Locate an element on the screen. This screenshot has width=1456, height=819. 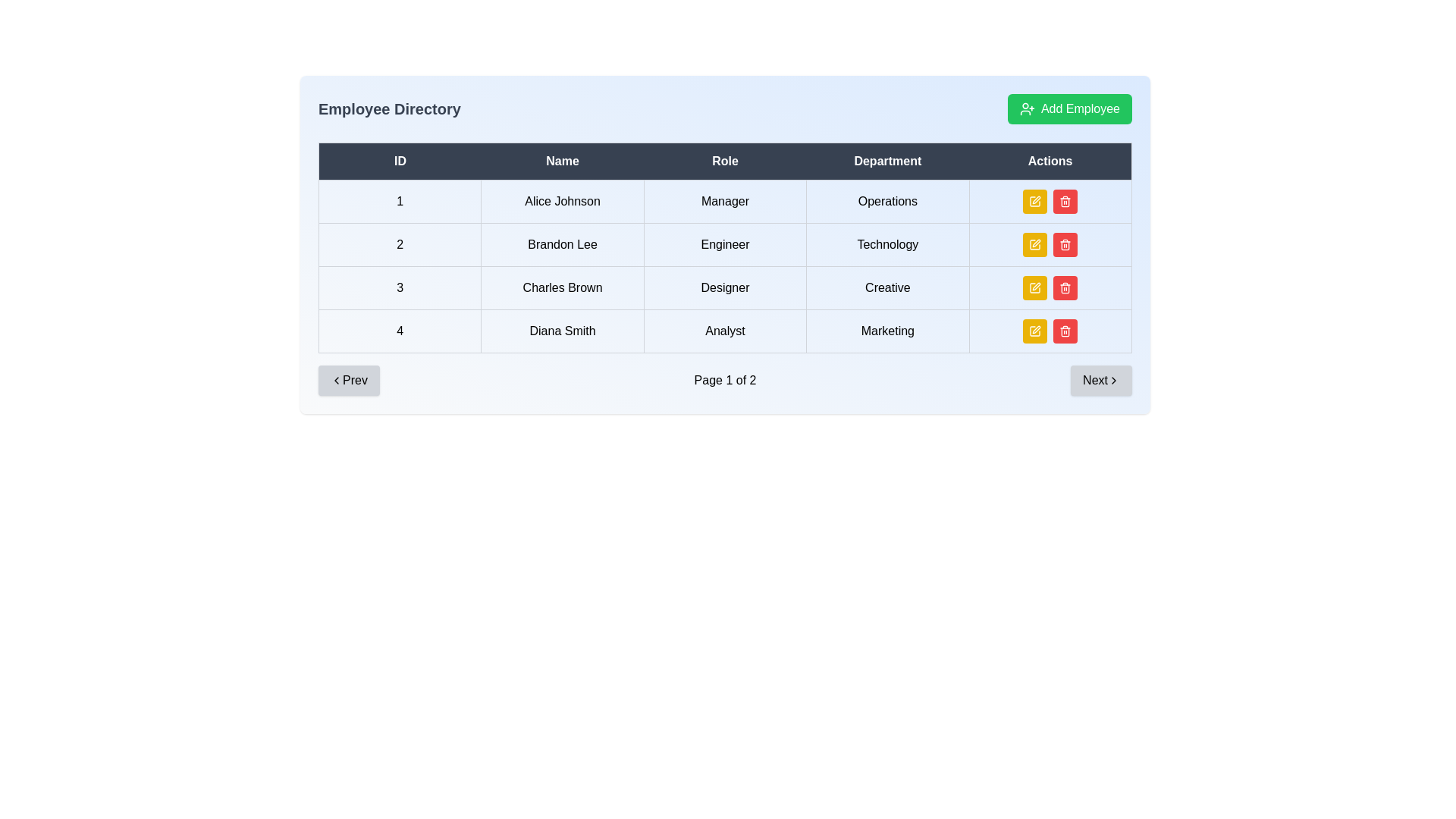
the numeral '4' displayed in bold style within the lightly shaded cell in the ID column of the fourth row, corresponding to Diana Smith is located at coordinates (400, 330).